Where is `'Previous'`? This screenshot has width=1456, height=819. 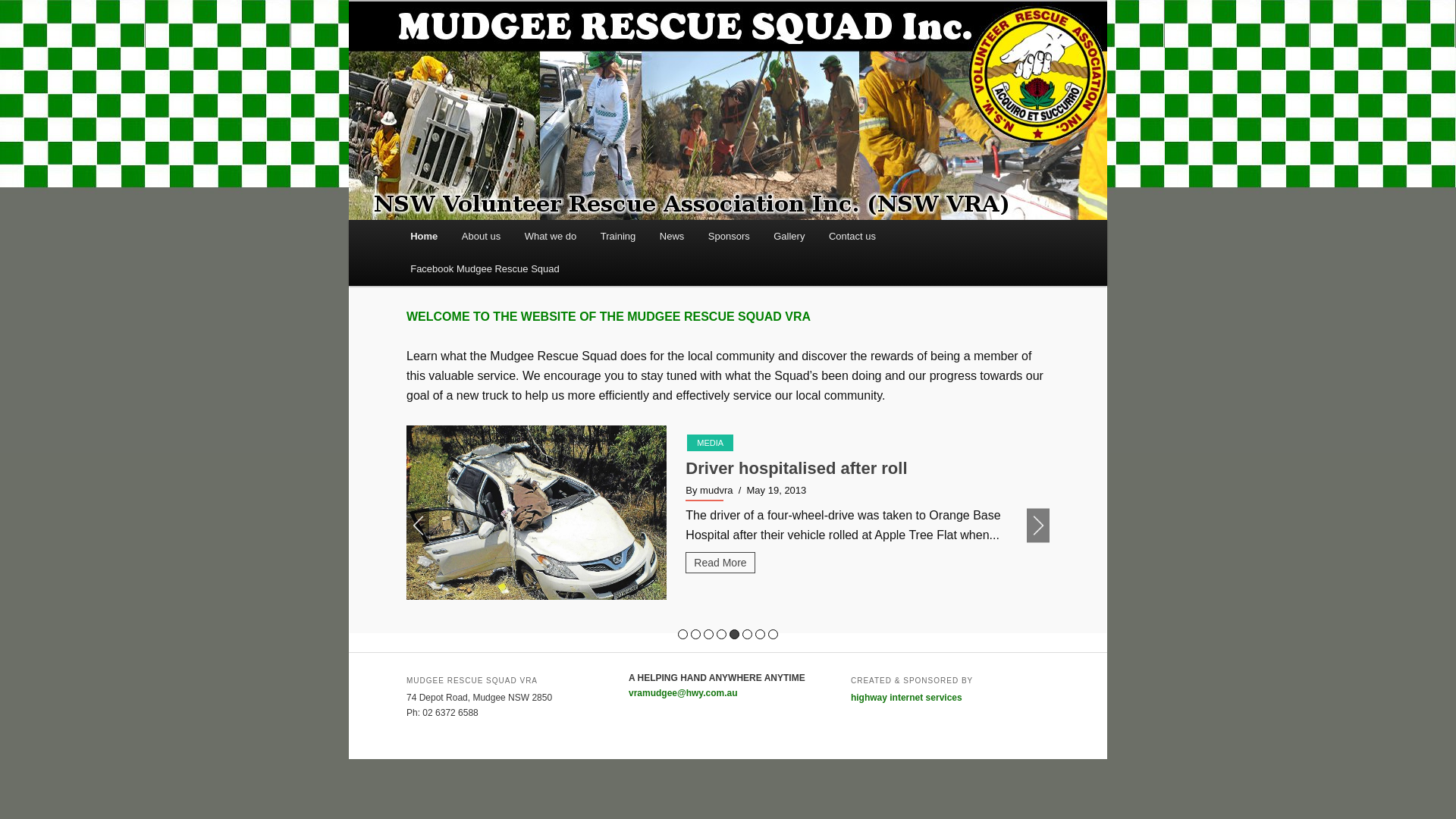
'Previous' is located at coordinates (418, 525).